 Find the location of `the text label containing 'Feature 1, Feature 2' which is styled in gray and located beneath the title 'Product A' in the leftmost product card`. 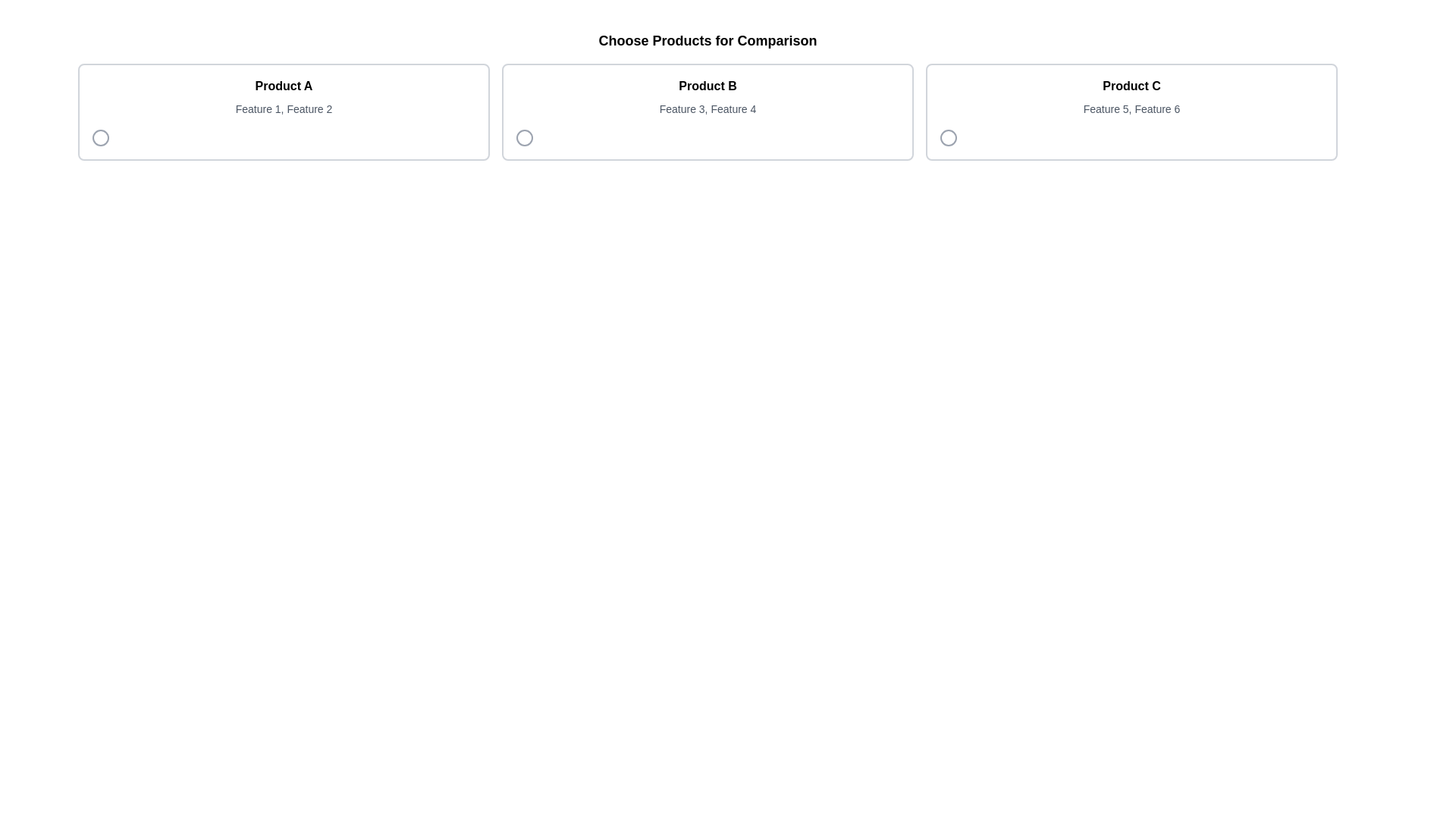

the text label containing 'Feature 1, Feature 2' which is styled in gray and located beneath the title 'Product A' in the leftmost product card is located at coordinates (284, 108).